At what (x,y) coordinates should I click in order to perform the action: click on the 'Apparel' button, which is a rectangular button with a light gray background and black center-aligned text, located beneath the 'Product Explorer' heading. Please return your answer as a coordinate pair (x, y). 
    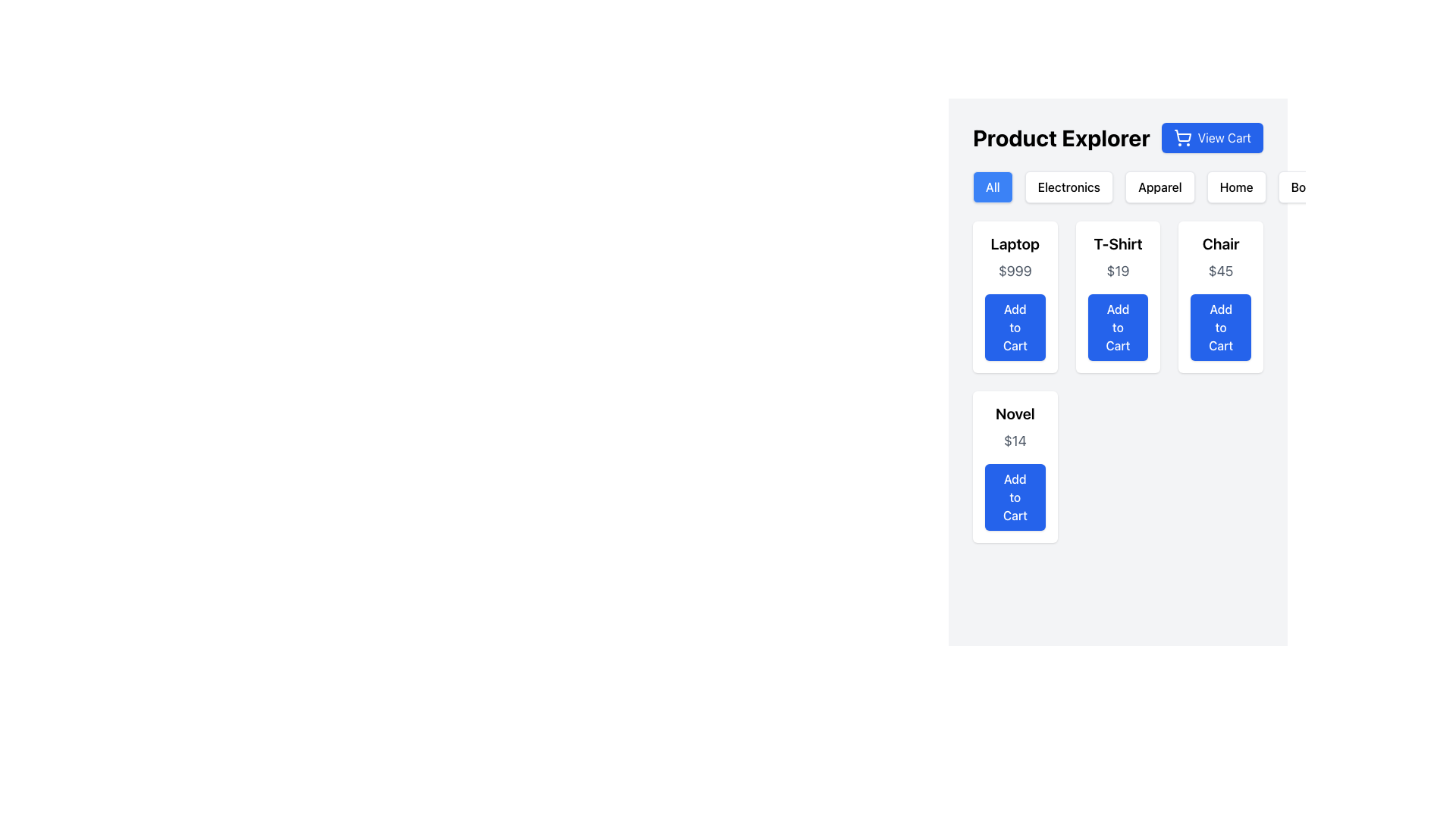
    Looking at the image, I should click on (1159, 186).